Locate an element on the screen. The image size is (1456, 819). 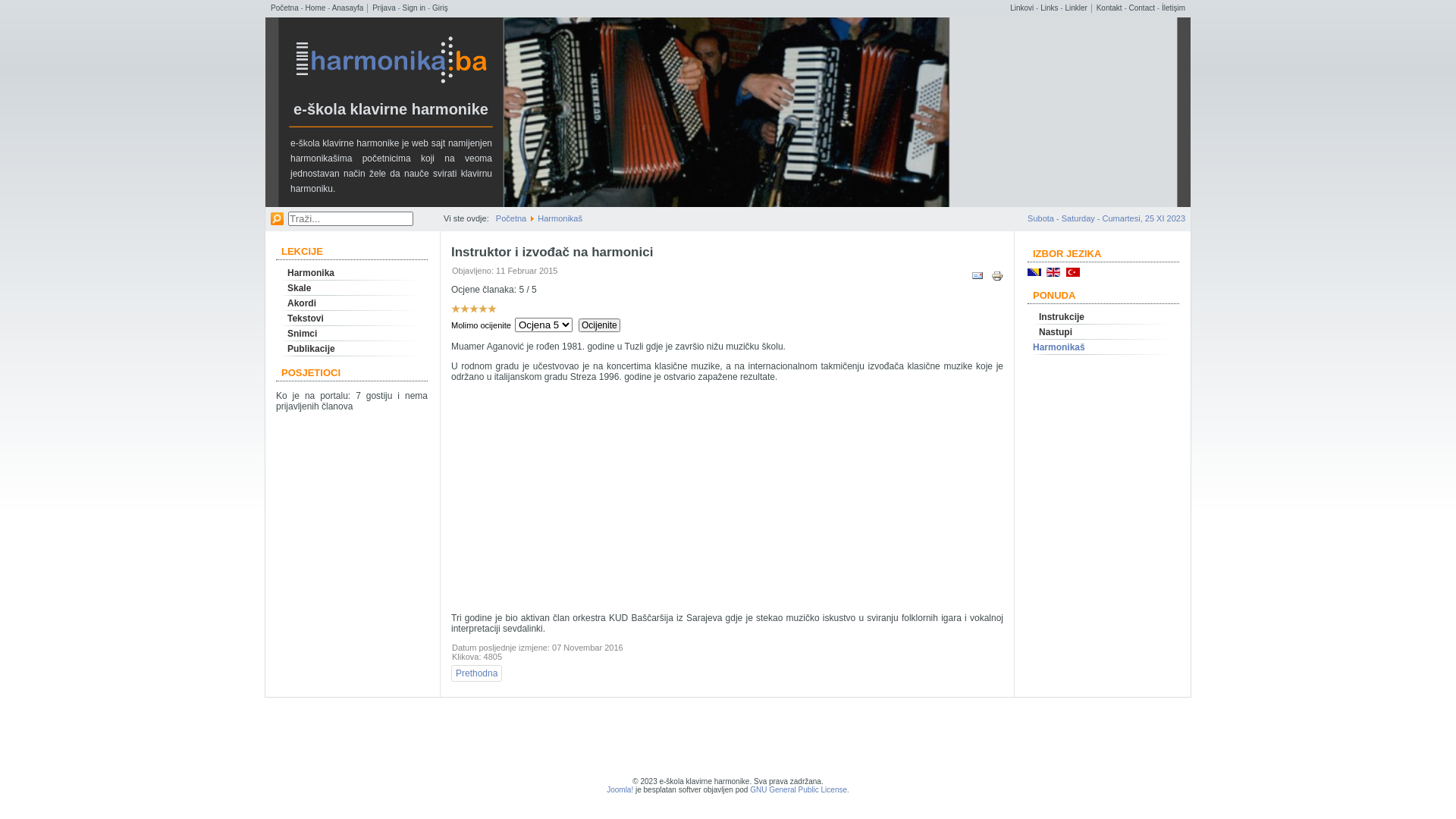
'Ocijenite' is located at coordinates (598, 324).